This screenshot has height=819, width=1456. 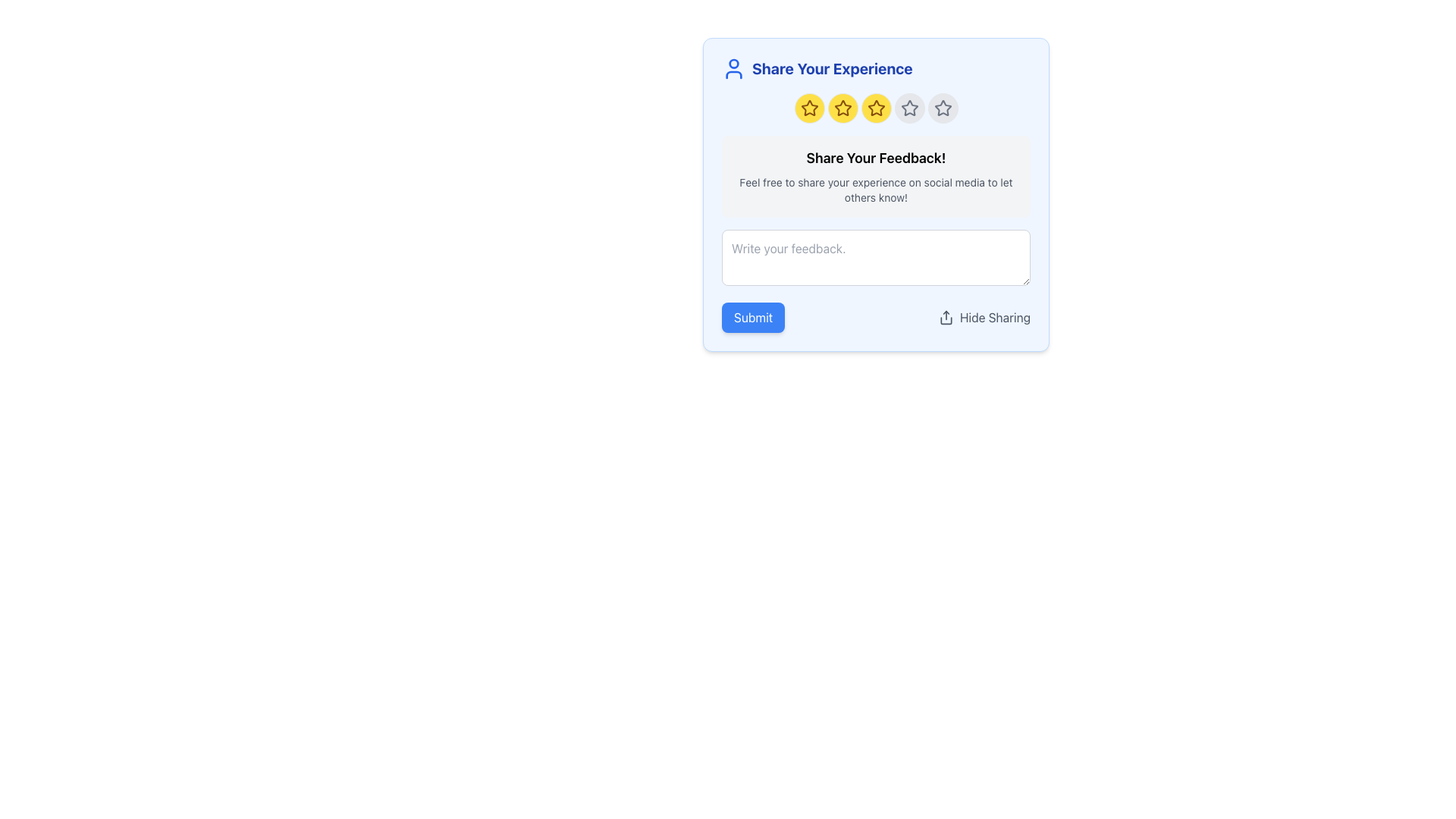 What do you see at coordinates (945, 317) in the screenshot?
I see `the sharing icon located in the bottom-right corner of the interface, adjacent to the text 'Hide Sharing'` at bounding box center [945, 317].